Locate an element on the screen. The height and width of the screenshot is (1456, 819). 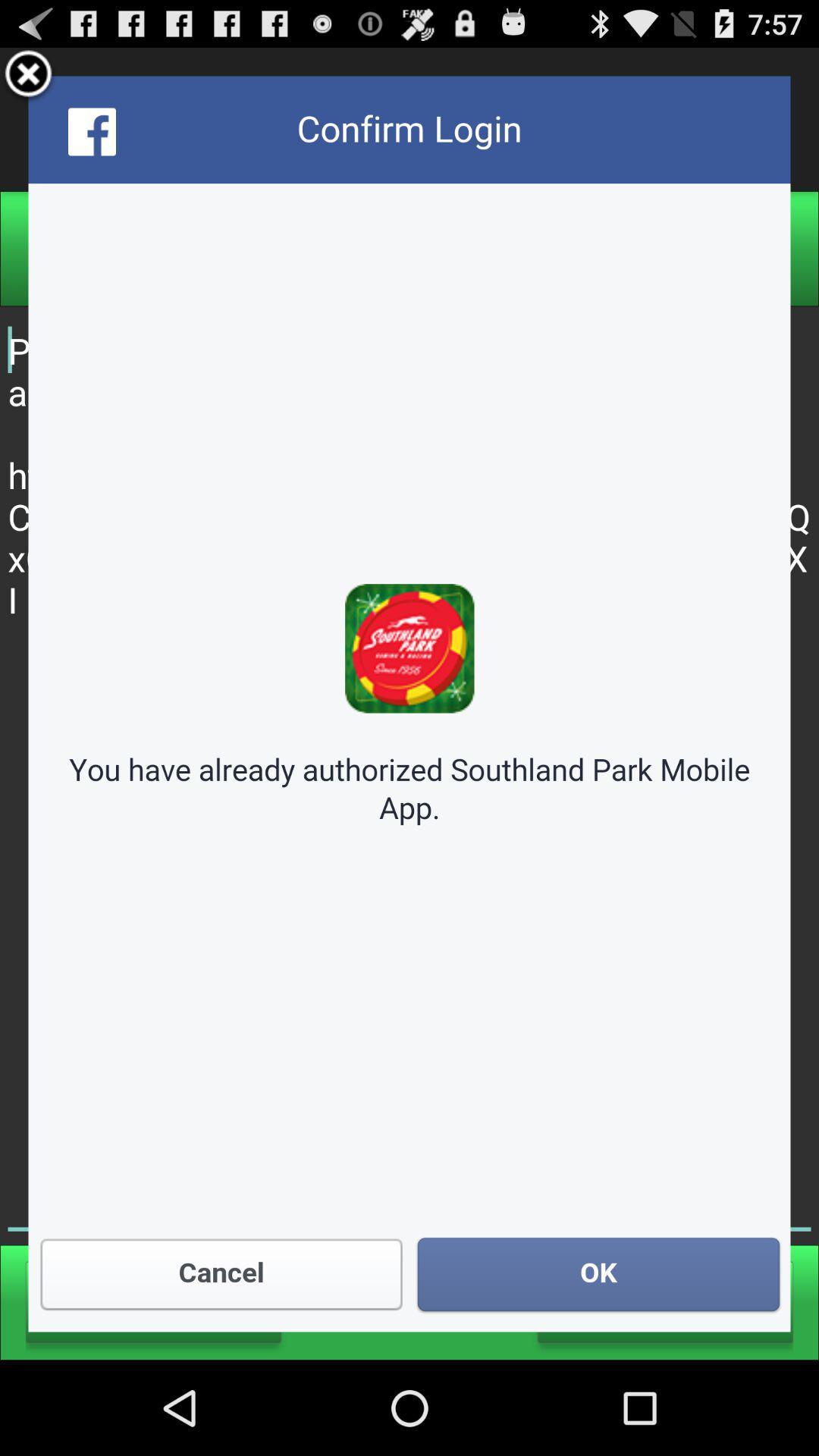
the close icon is located at coordinates (28, 80).